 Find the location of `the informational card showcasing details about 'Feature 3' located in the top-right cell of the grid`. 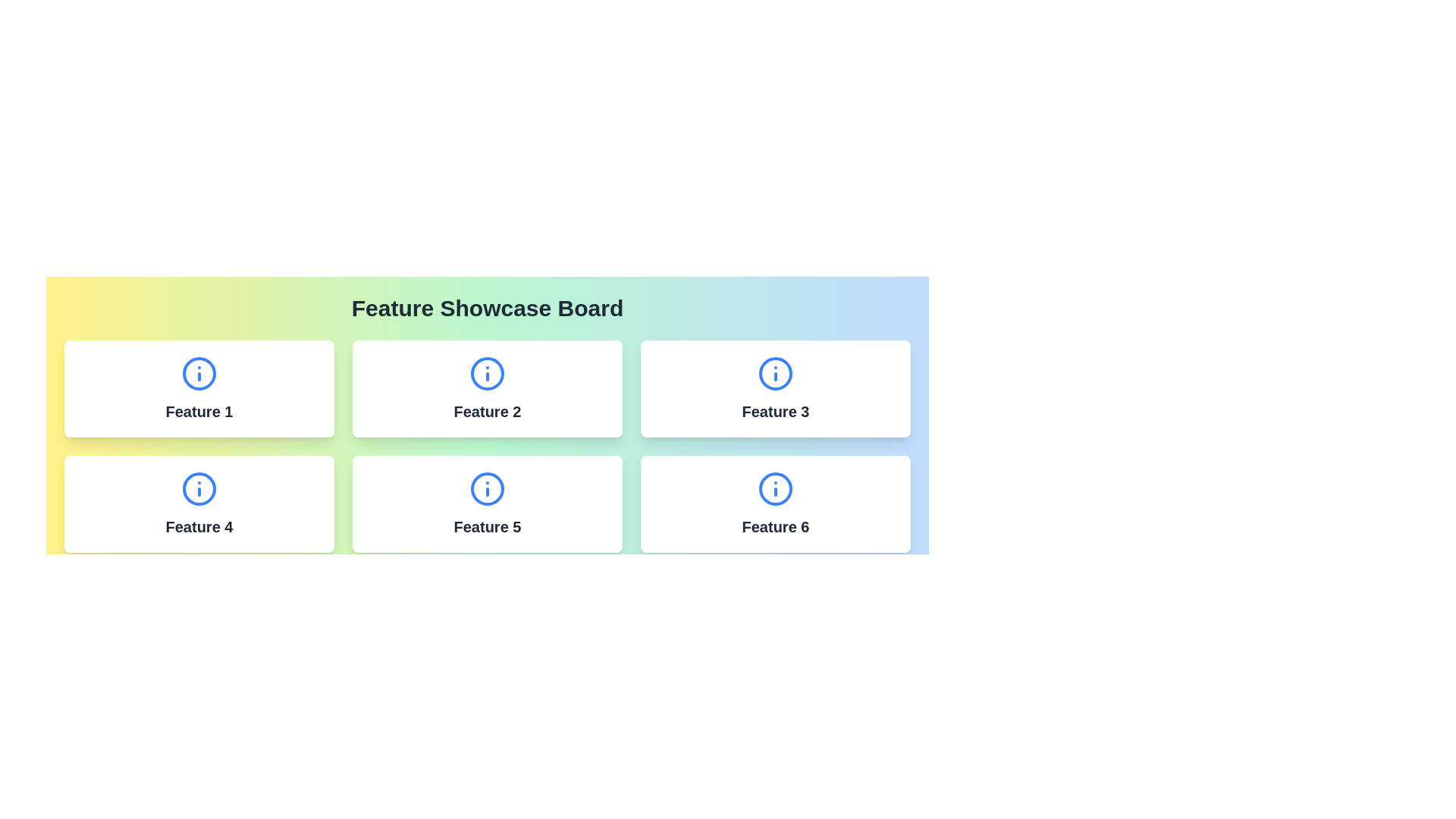

the informational card showcasing details about 'Feature 3' located in the top-right cell of the grid is located at coordinates (775, 388).